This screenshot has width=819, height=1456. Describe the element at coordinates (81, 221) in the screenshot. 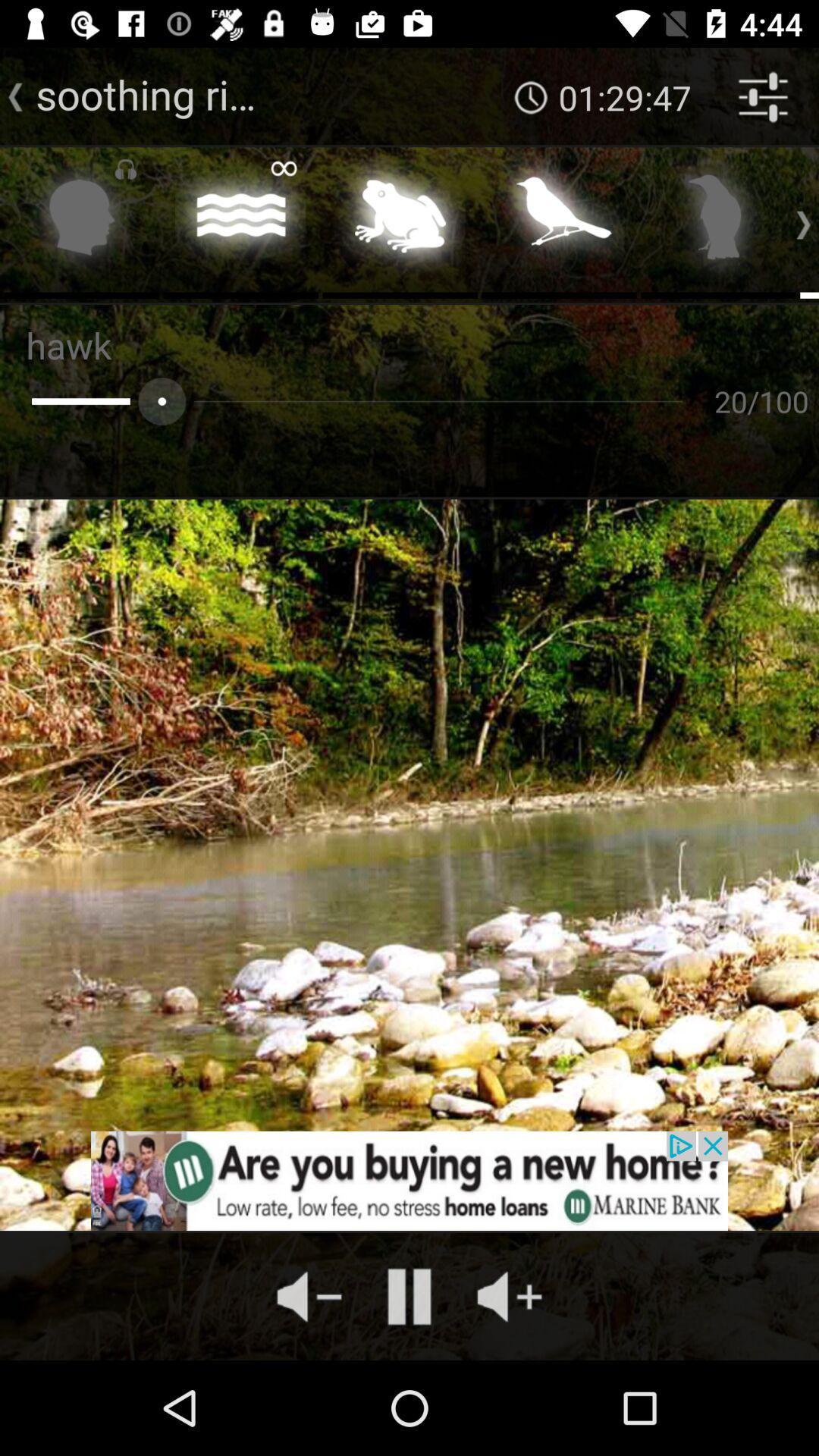

I see `headphones` at that location.